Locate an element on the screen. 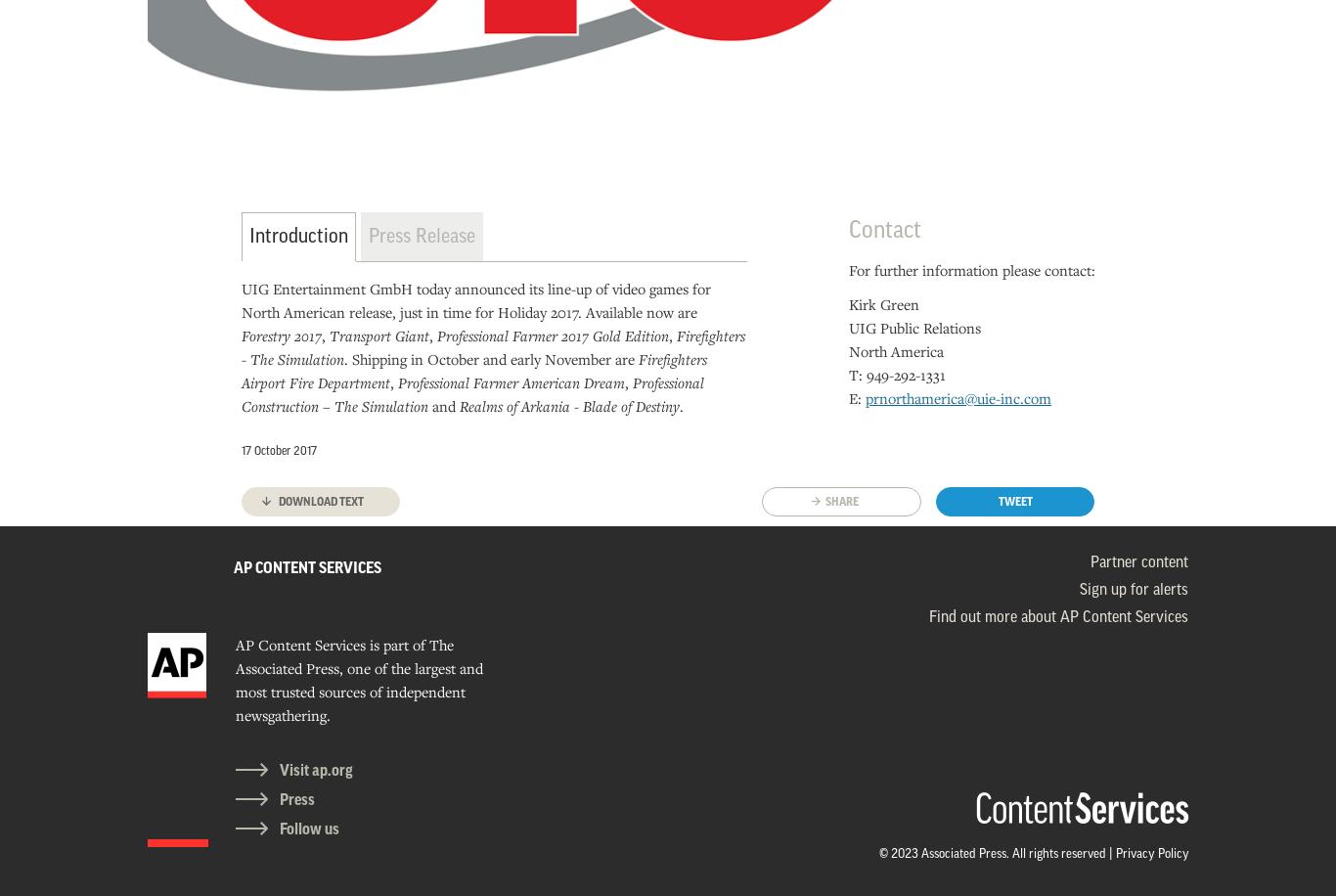 This screenshot has width=1336, height=896. 'Professional Farmer American Dream' is located at coordinates (510, 381).